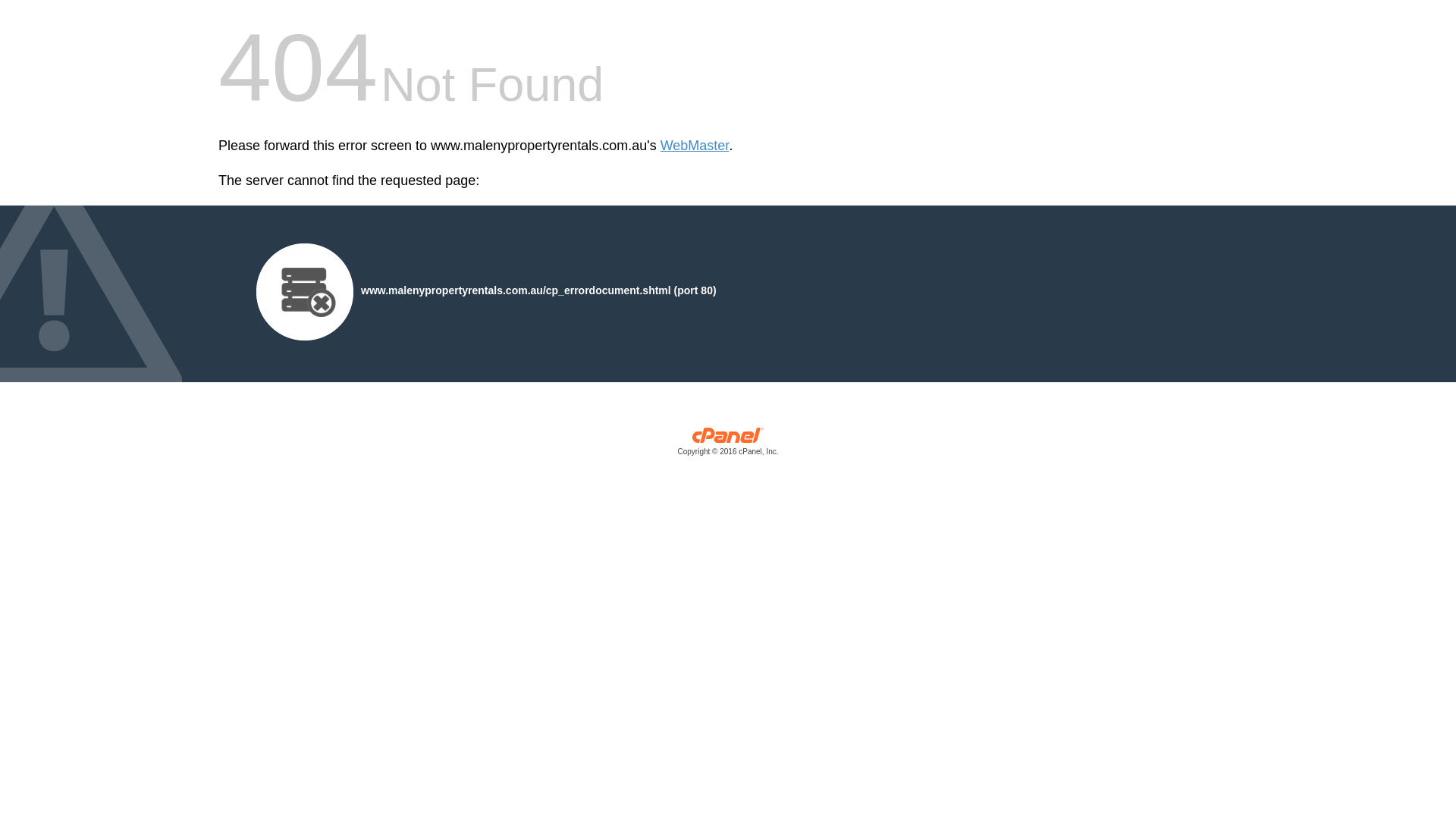 This screenshot has height=819, width=1456. Describe the element at coordinates (694, 146) in the screenshot. I see `'WebMaster'` at that location.